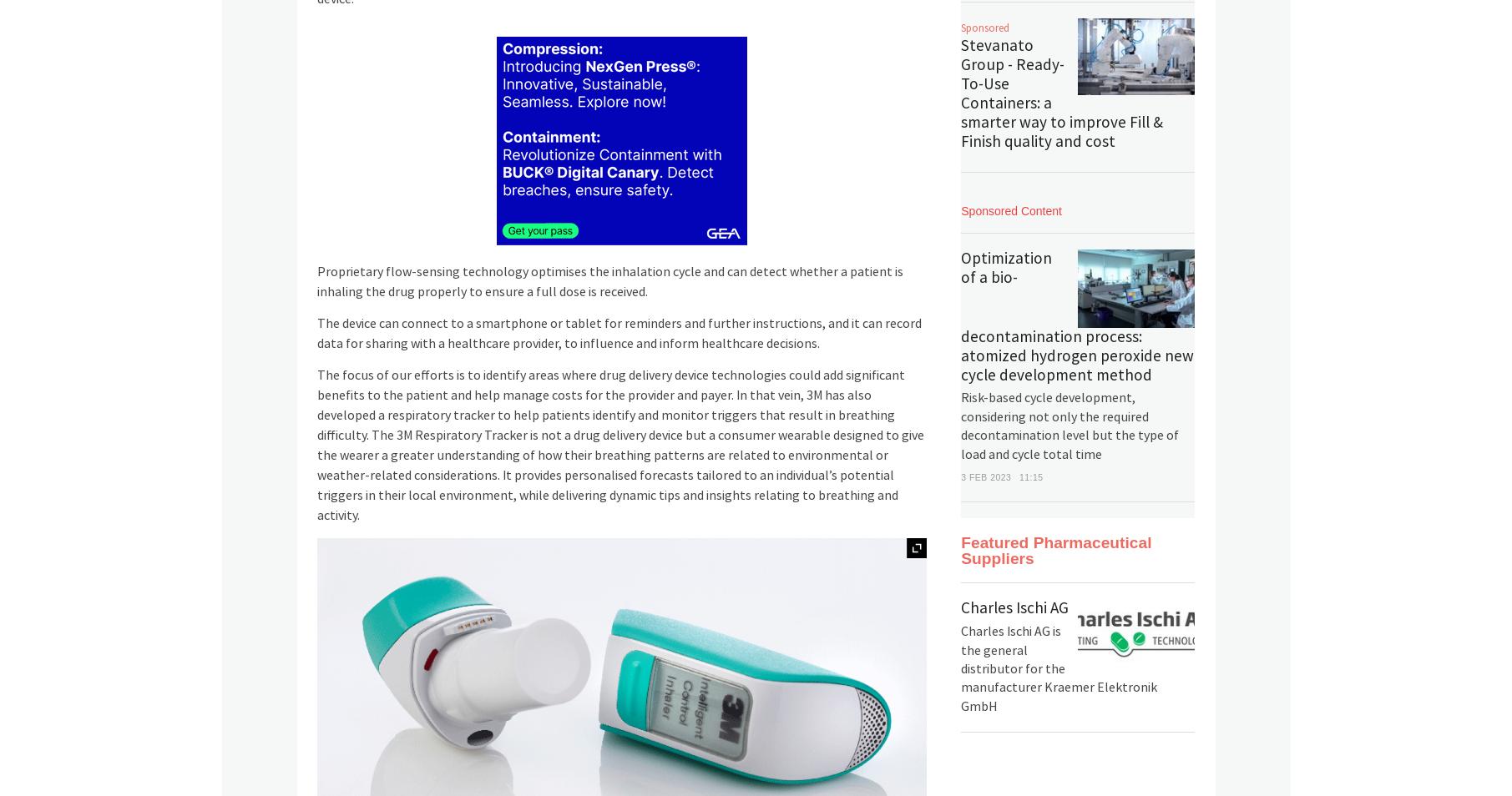 This screenshot has width=1512, height=796. What do you see at coordinates (619, 444) in the screenshot?
I see `'The focus of our efforts is to identify areas where drug delivery device technologies could add significant benefits to the patient and help manage costs for the provider and payer. In that vein, 3M has also developed a respiratory tracker to help patients identify and monitor triggers that result in breathing difficulty. The 3M Respiratory Tracker is not a drug delivery device but a consumer wearable designed to give the wearer a greater understanding of how their breathing patterns are related to environmental or weather-related considerations. It provides personalised forecasts tailored to an individual’s potential triggers in their local environment, while delivering dynamic tips and insights relating to breathing and activity.'` at bounding box center [619, 444].